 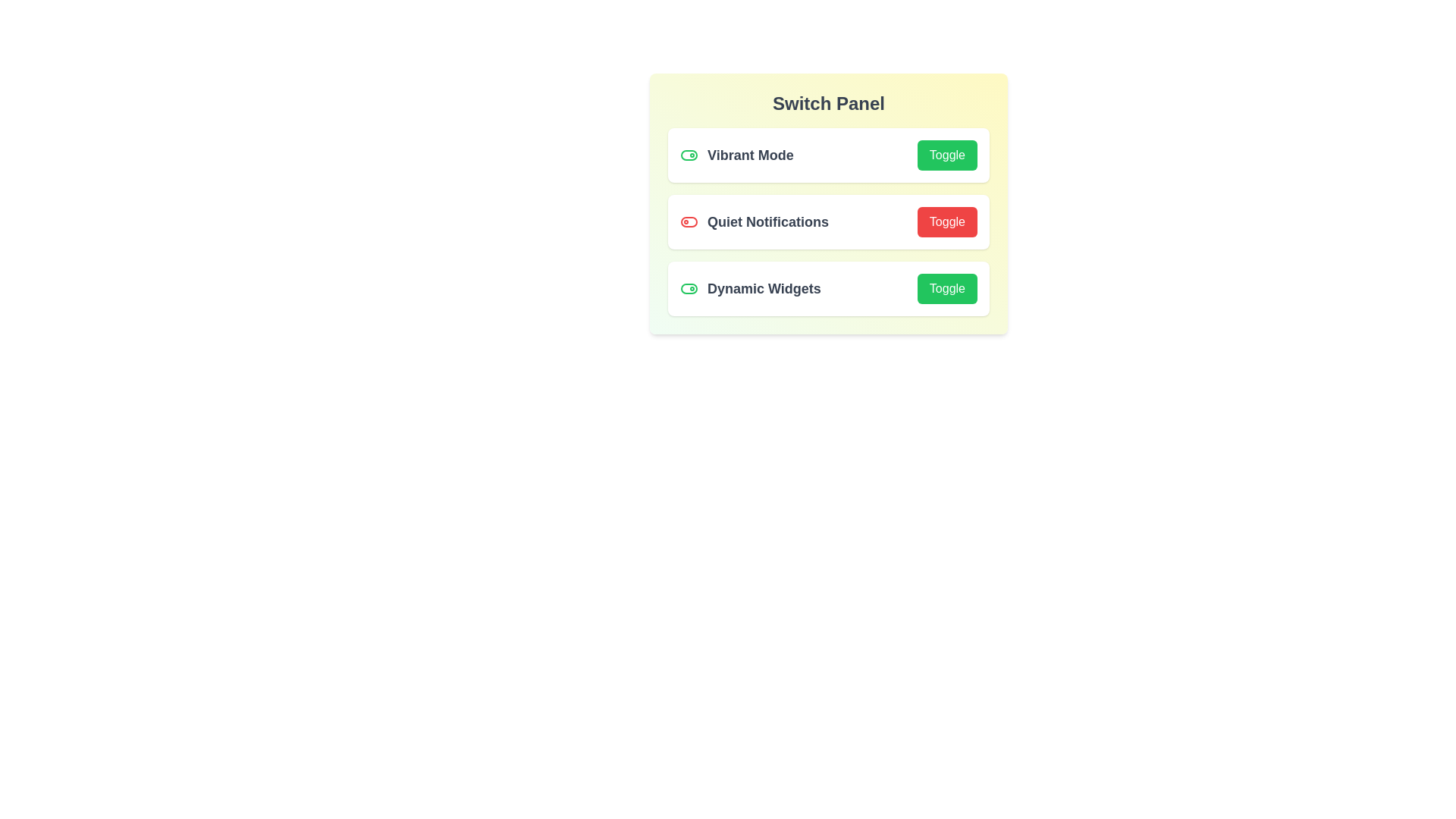 What do you see at coordinates (946, 155) in the screenshot?
I see `toggle button for Vibrant Mode to change its state` at bounding box center [946, 155].